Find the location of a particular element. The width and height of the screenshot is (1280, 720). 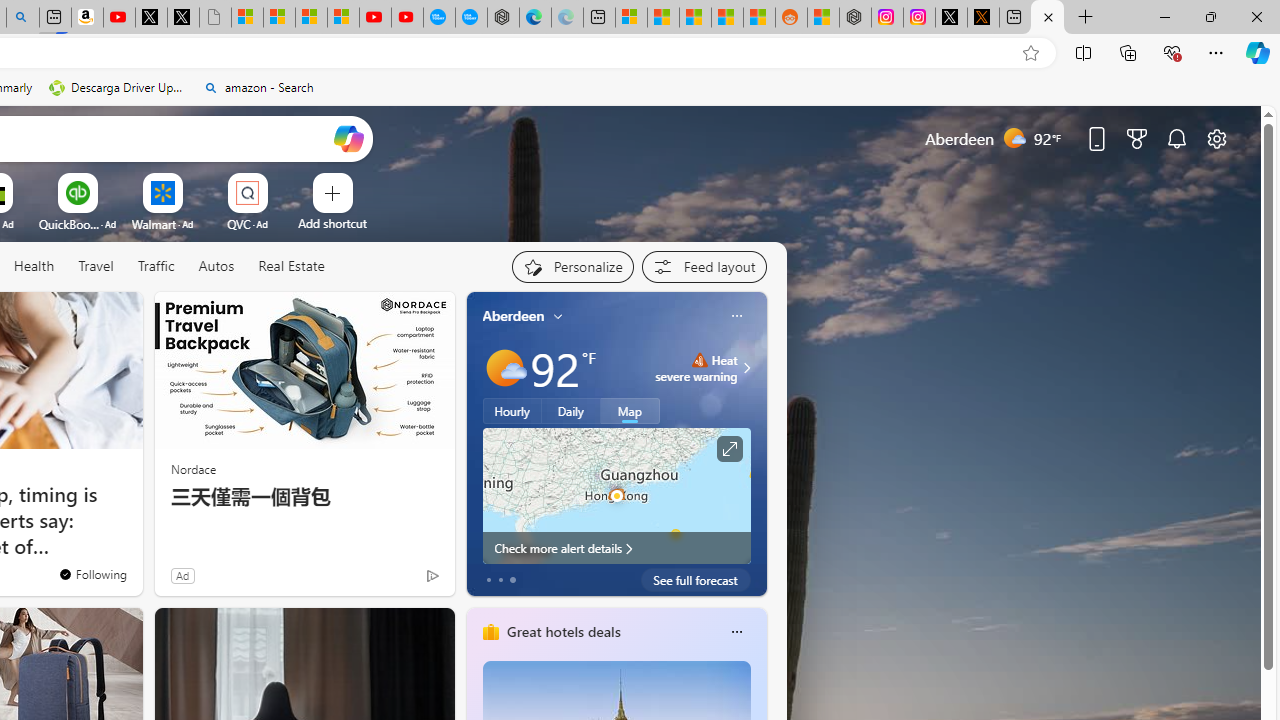

'Travel' is located at coordinates (95, 266).